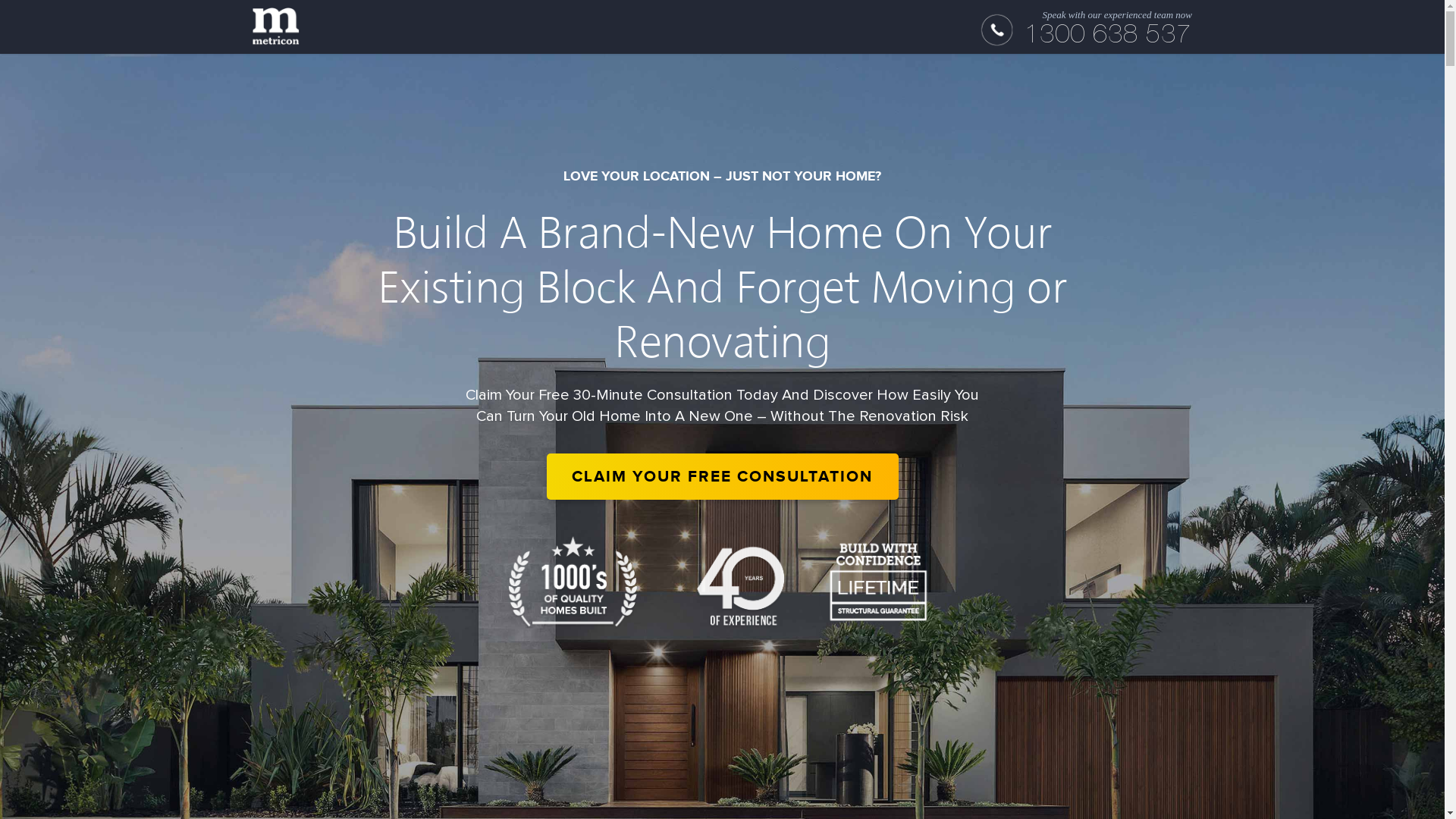 This screenshot has height=819, width=1456. What do you see at coordinates (720, 475) in the screenshot?
I see `'CLAIM YOUR FREE CONSULTATION'` at bounding box center [720, 475].